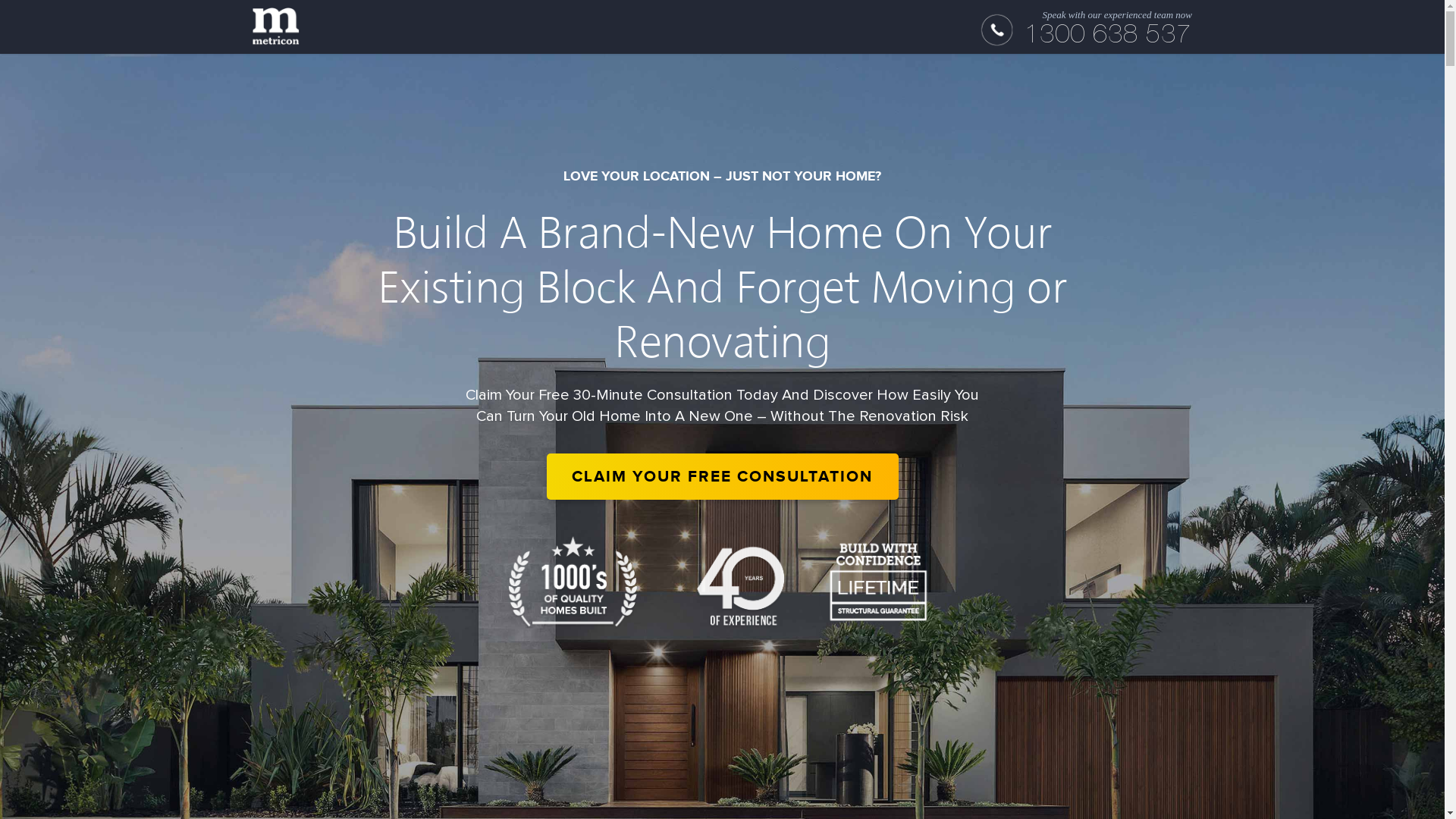 This screenshot has height=819, width=1456. What do you see at coordinates (720, 475) in the screenshot?
I see `'CLAIM YOUR FREE CONSULTATION'` at bounding box center [720, 475].